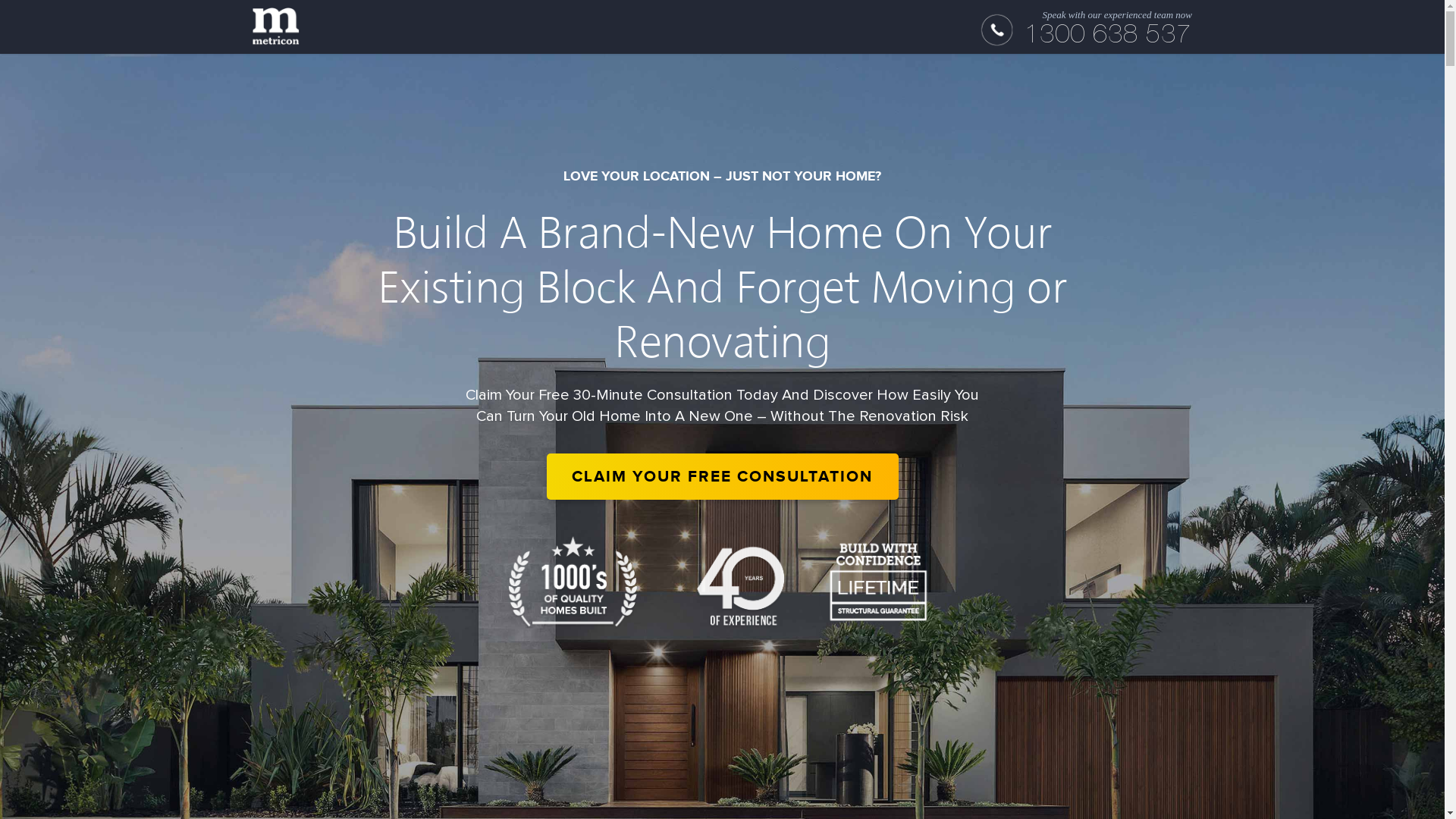 This screenshot has height=819, width=1456. What do you see at coordinates (720, 475) in the screenshot?
I see `'CLAIM YOUR FREE CONSULTATION'` at bounding box center [720, 475].